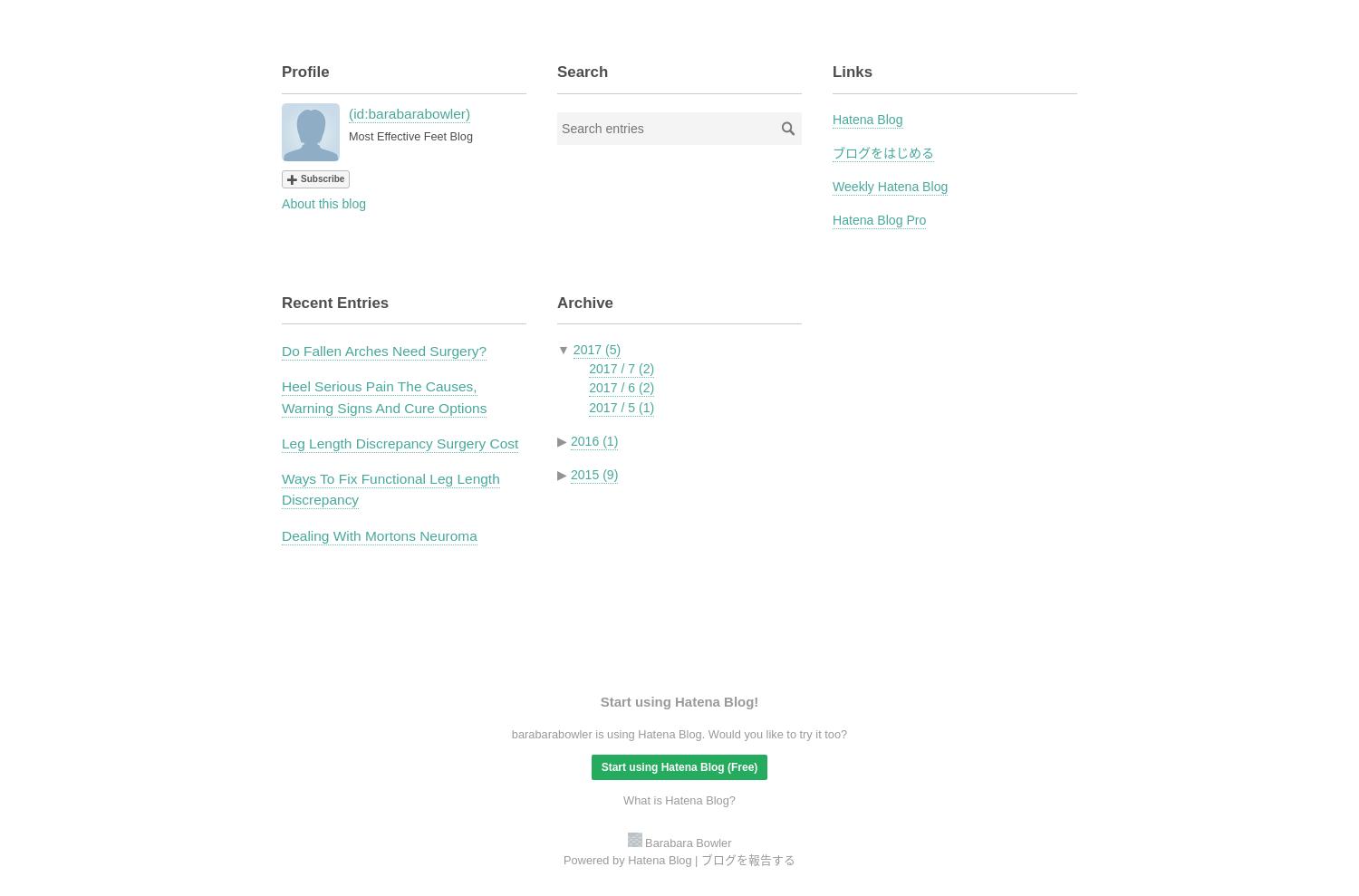 This screenshot has height=896, width=1359. Describe the element at coordinates (351, 111) in the screenshot. I see `'('` at that location.